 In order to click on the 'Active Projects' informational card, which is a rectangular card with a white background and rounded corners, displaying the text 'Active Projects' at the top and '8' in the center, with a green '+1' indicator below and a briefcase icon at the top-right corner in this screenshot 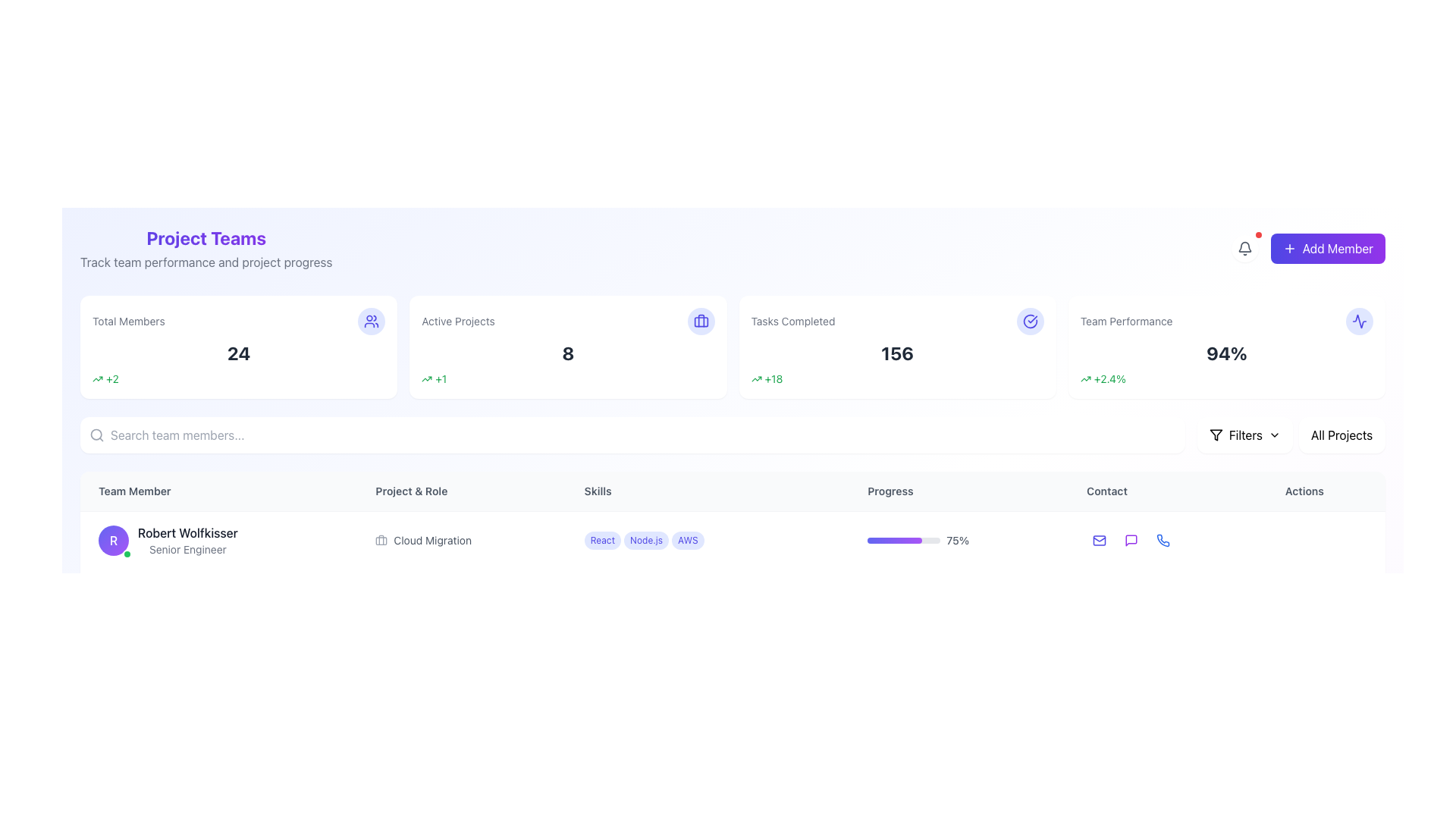, I will do `click(567, 347)`.